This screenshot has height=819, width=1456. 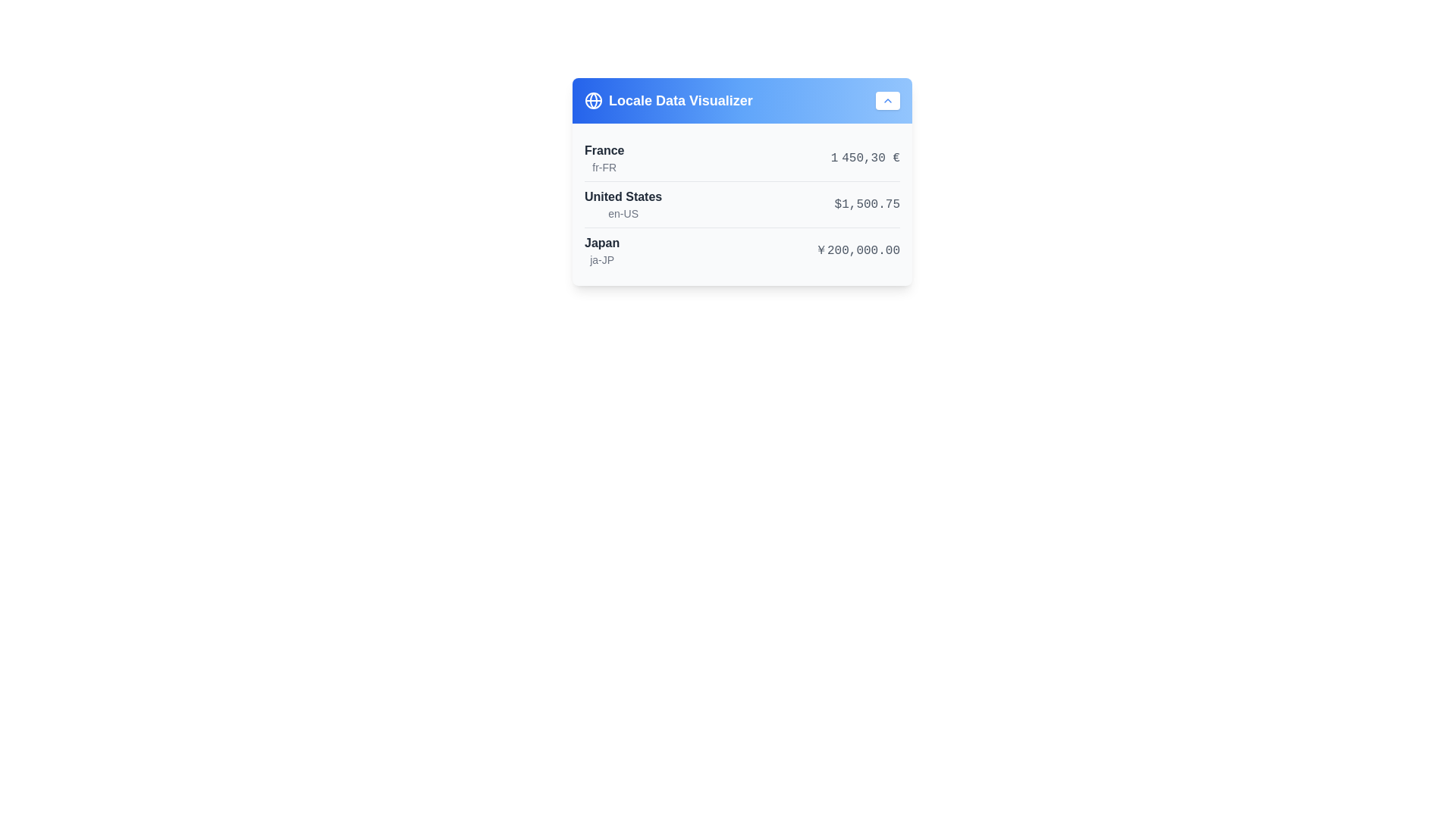 What do you see at coordinates (592, 100) in the screenshot?
I see `the global or international context icon located on the far-left side of the header section containing the 'Locale Data Visualizer' text` at bounding box center [592, 100].